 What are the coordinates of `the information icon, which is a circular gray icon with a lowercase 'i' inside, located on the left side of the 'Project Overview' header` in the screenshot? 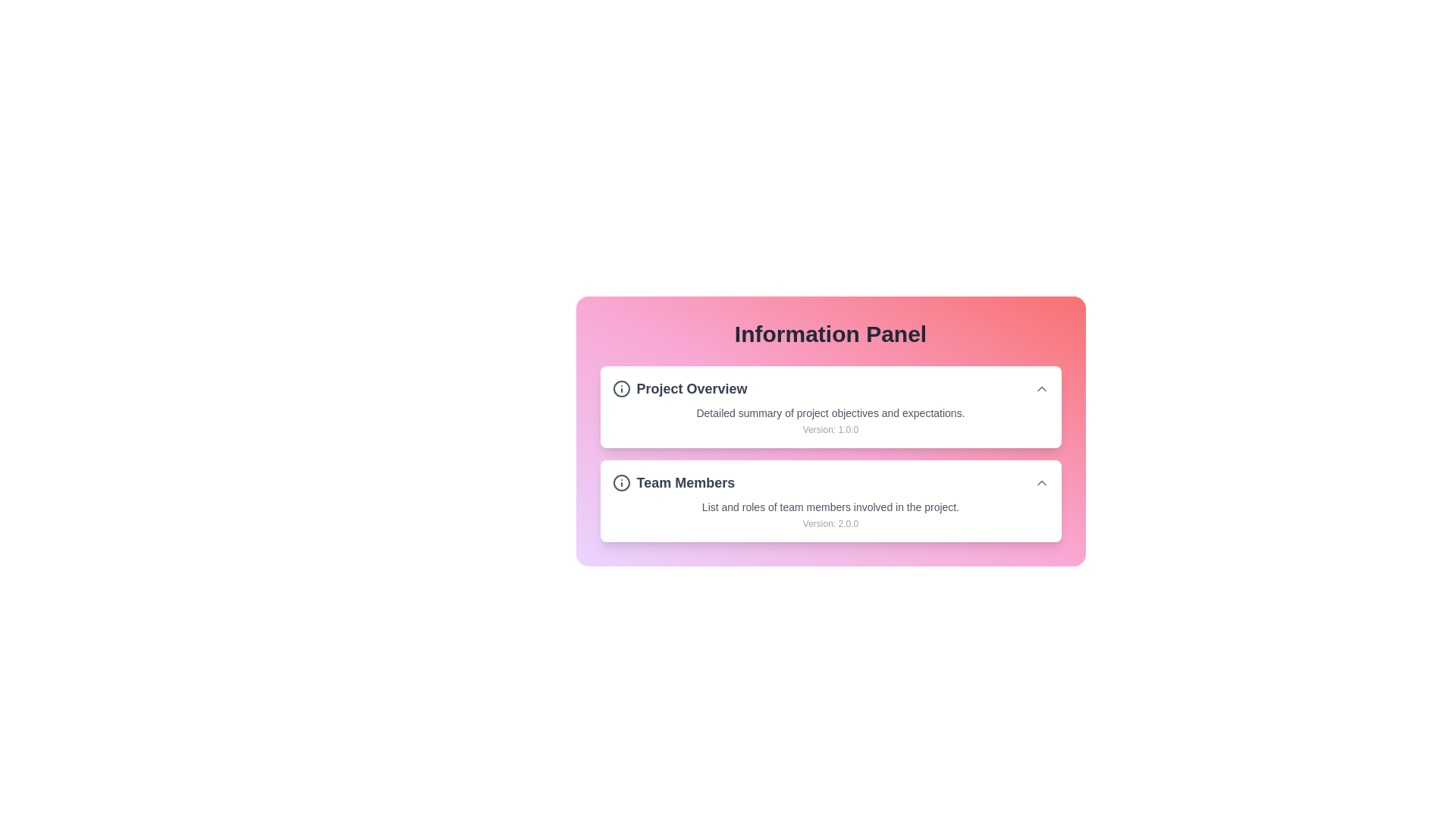 It's located at (621, 388).